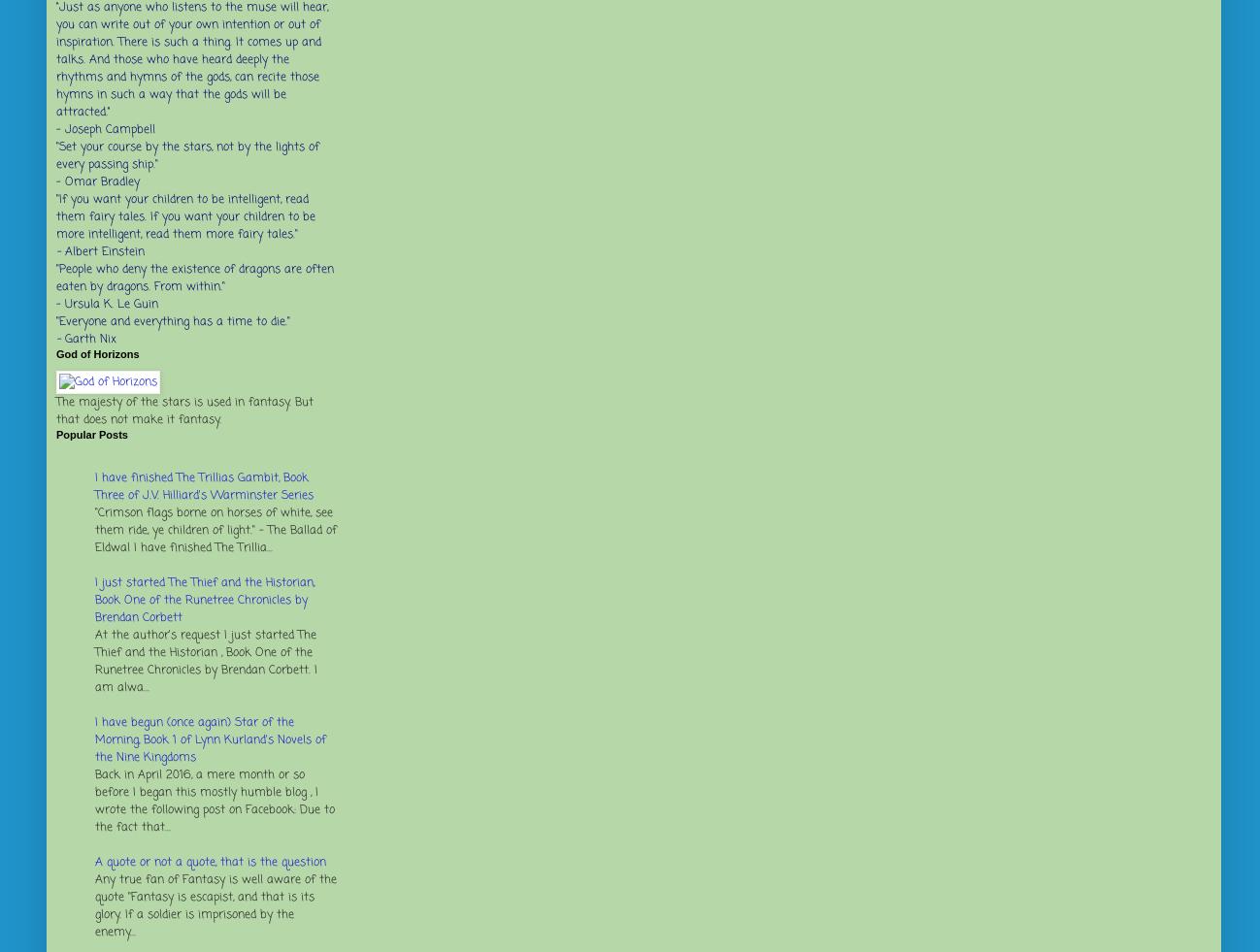  I want to click on '"People who deny the existence of dragons are often eaten by dragons. From within."', so click(195, 278).